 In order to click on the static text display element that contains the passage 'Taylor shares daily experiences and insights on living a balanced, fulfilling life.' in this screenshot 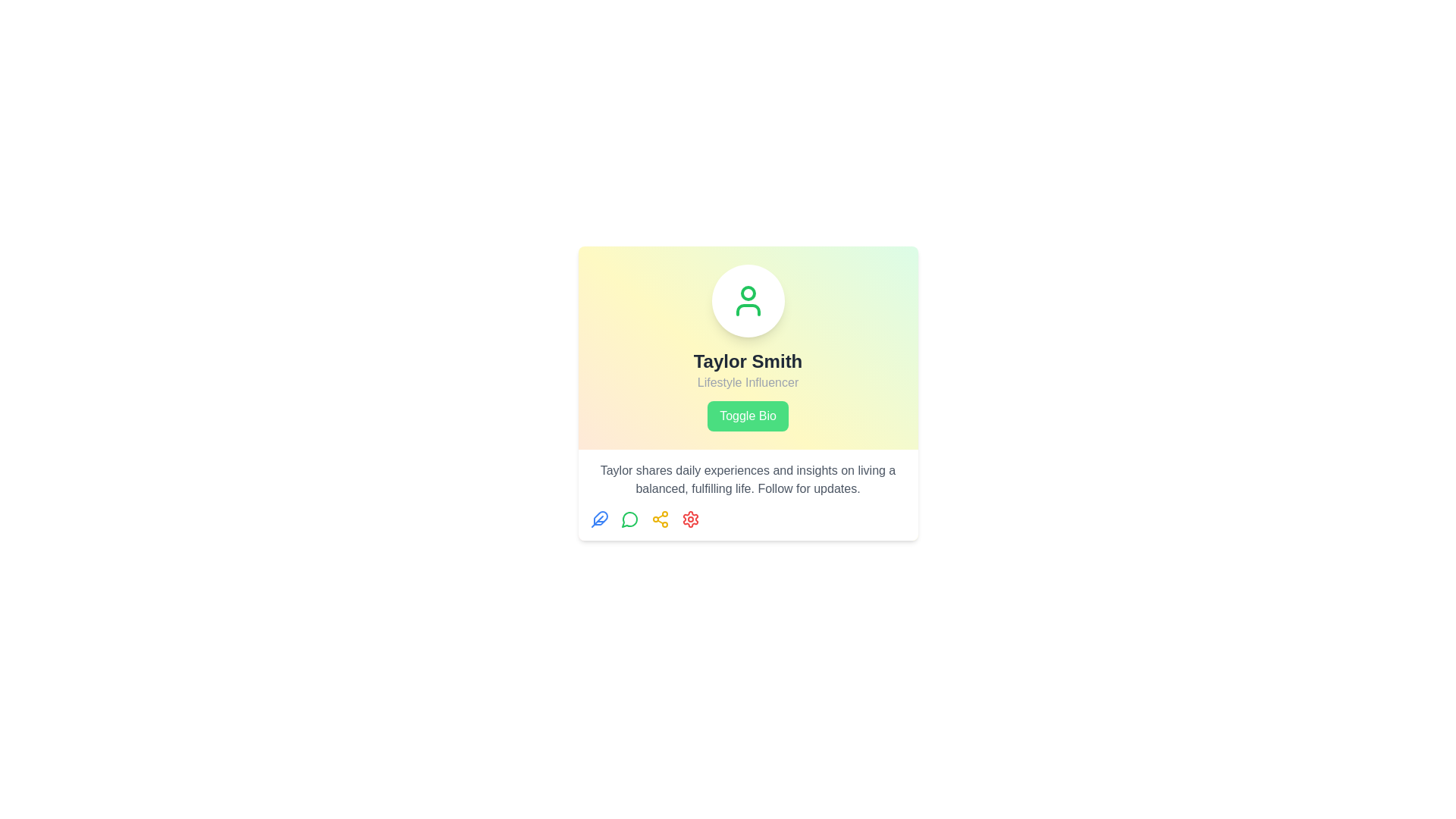, I will do `click(748, 494)`.